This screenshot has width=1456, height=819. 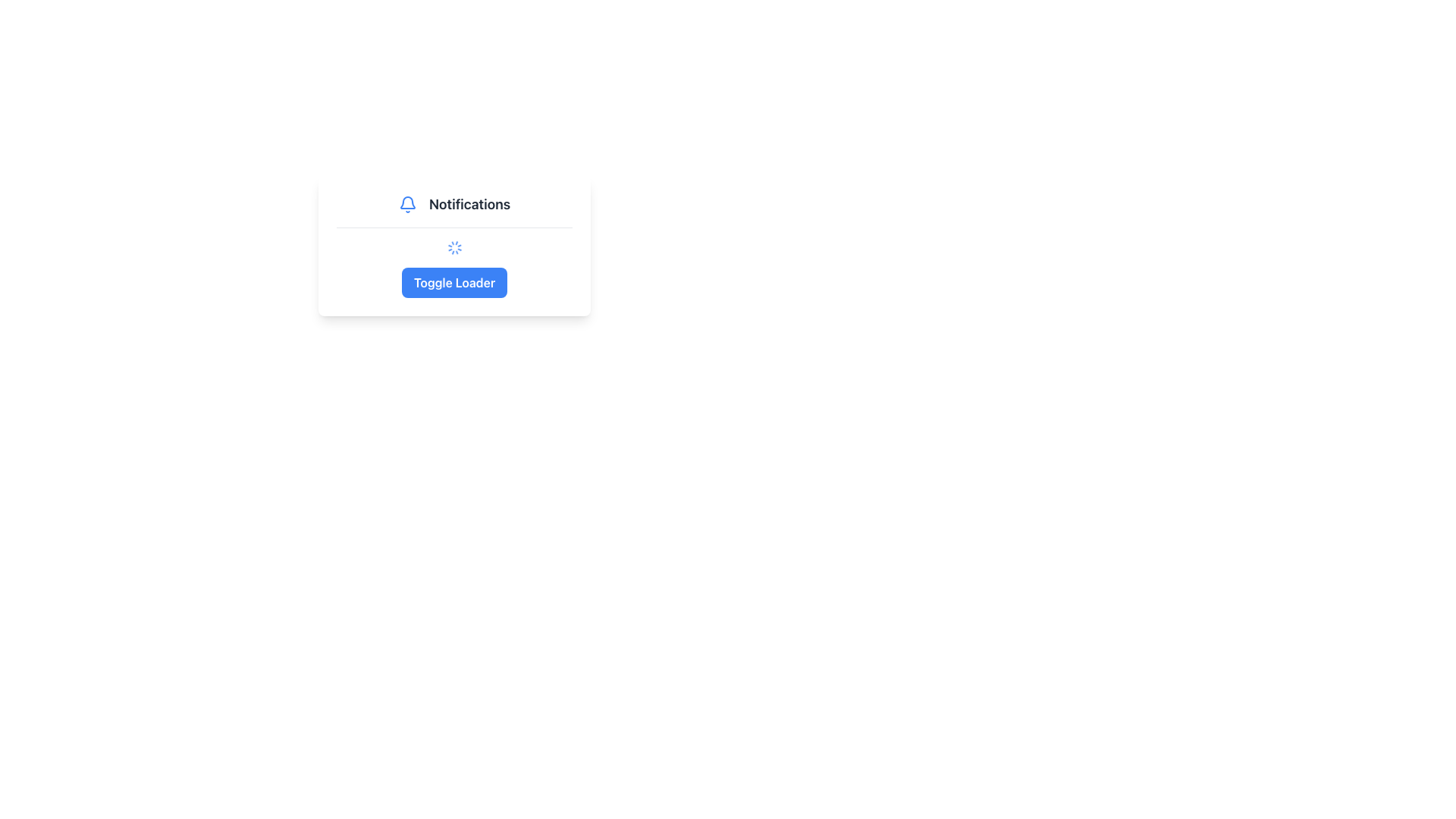 What do you see at coordinates (453, 247) in the screenshot?
I see `the loading animation of the small blue spinning loader icon located at the center of the card, directly below the horizontal divider line` at bounding box center [453, 247].